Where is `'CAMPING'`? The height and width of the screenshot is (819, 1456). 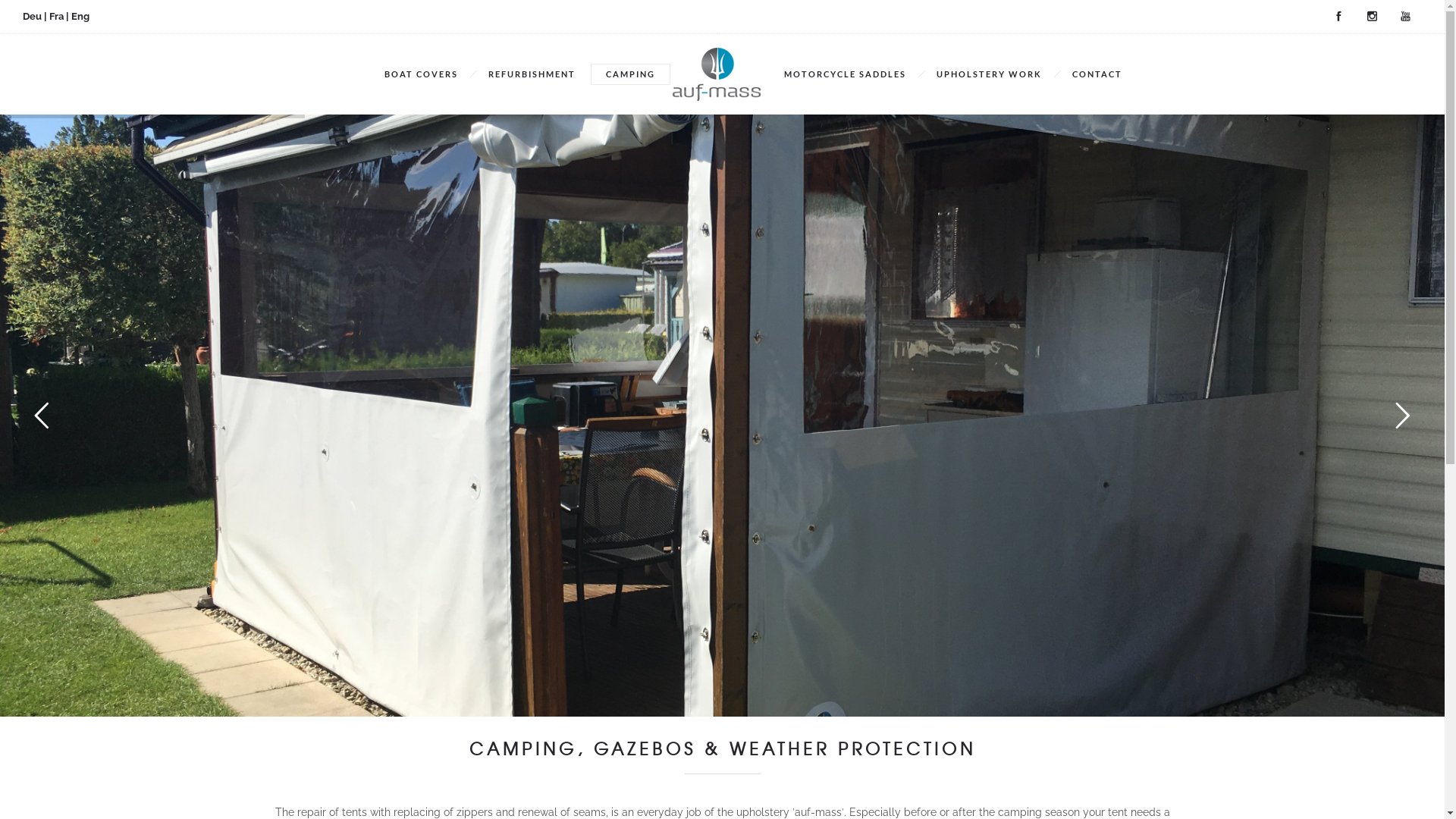
'CAMPING' is located at coordinates (630, 74).